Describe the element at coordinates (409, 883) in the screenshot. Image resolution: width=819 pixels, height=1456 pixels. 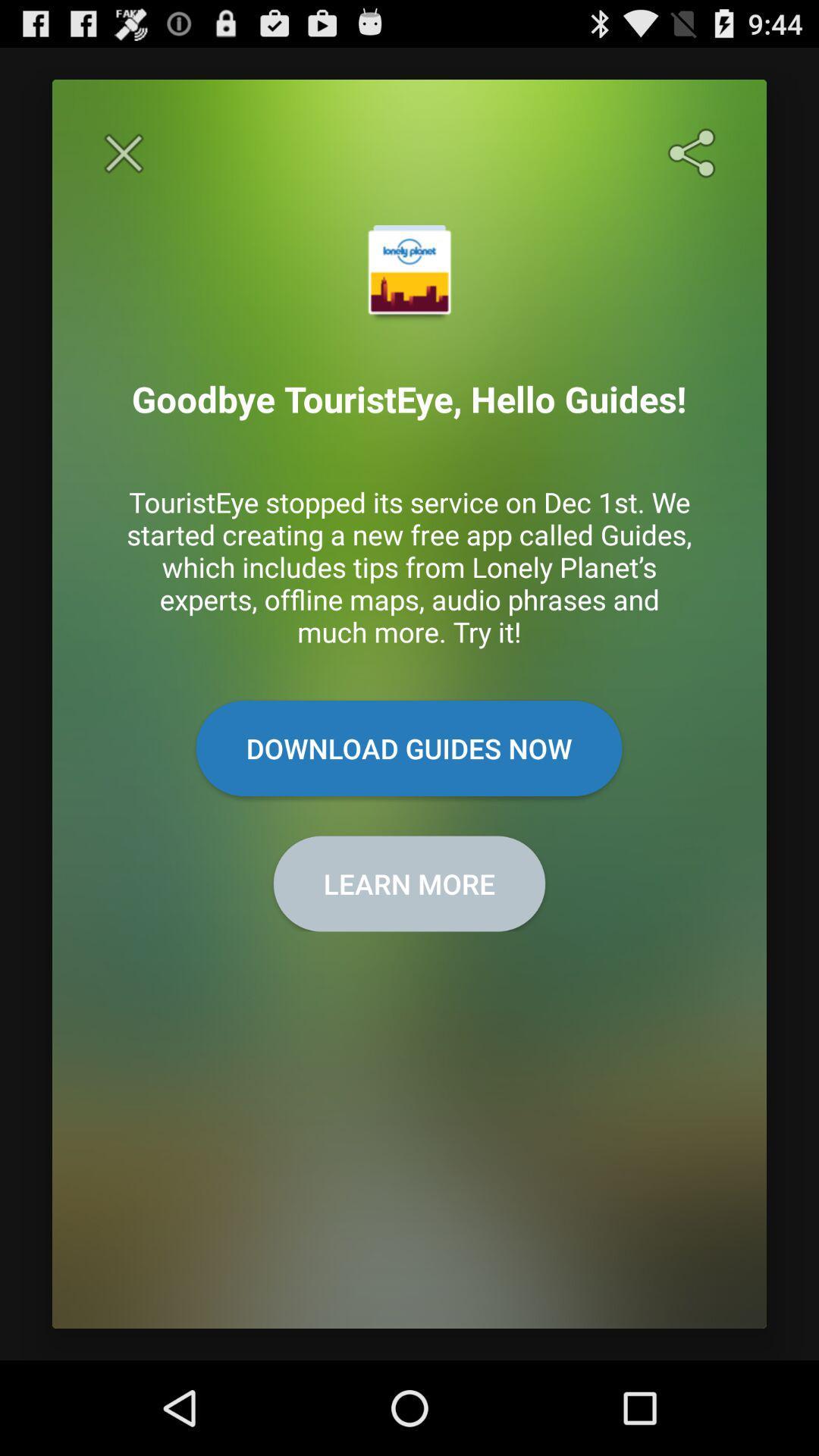
I see `learn more button` at that location.